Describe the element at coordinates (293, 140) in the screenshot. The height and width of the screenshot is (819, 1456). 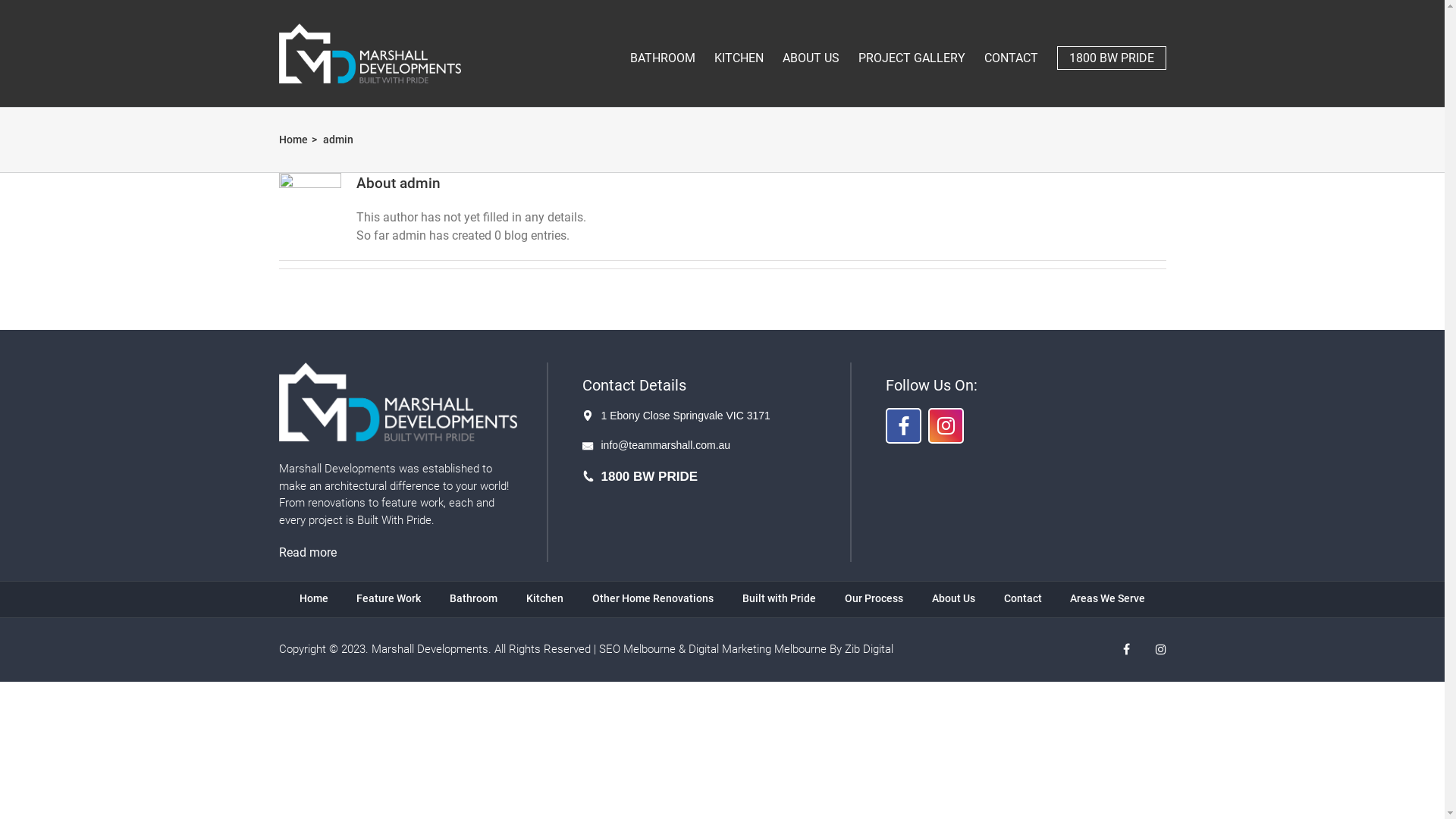
I see `'Home'` at that location.